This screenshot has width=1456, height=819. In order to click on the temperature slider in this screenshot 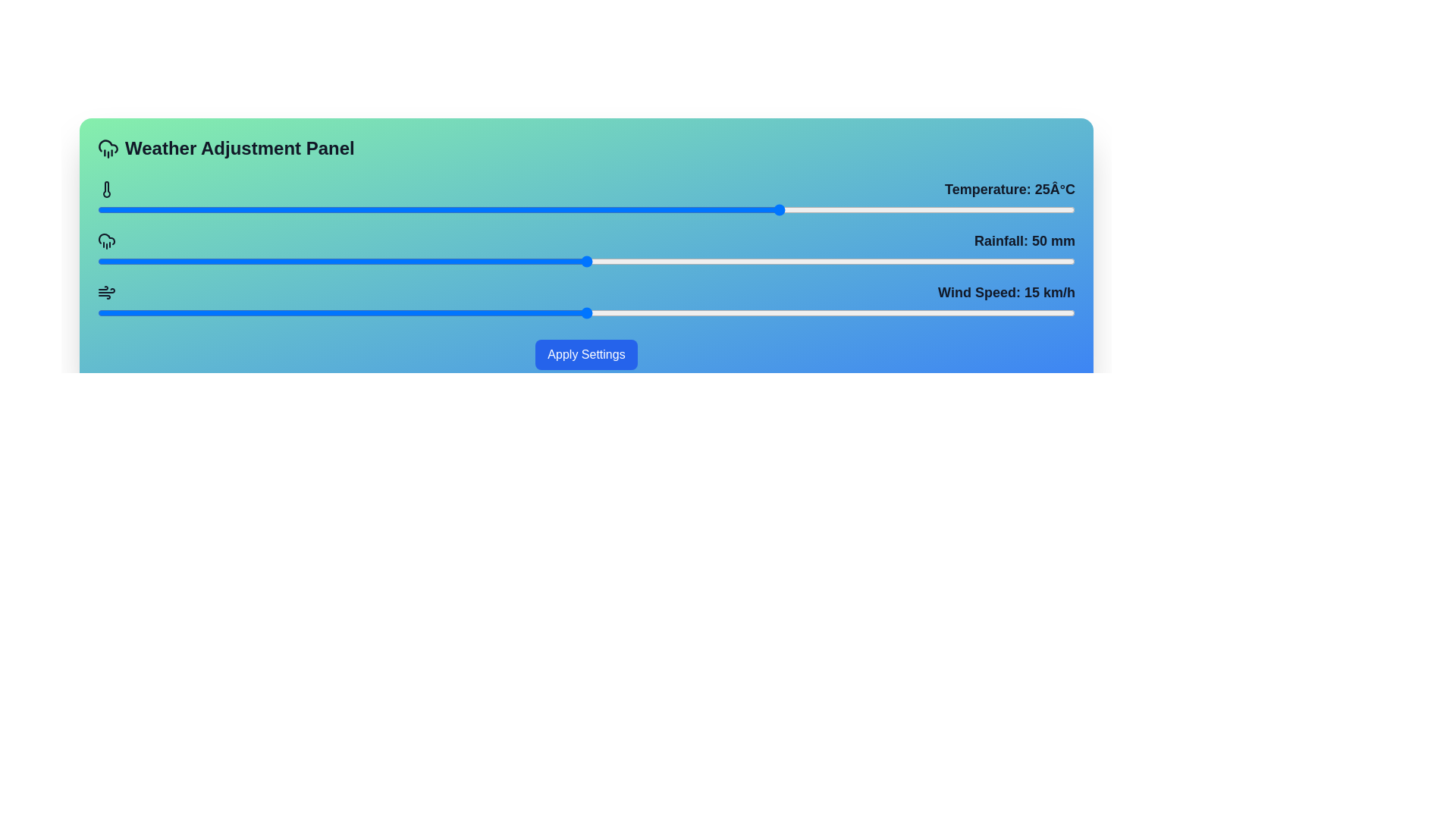, I will do `click(782, 210)`.